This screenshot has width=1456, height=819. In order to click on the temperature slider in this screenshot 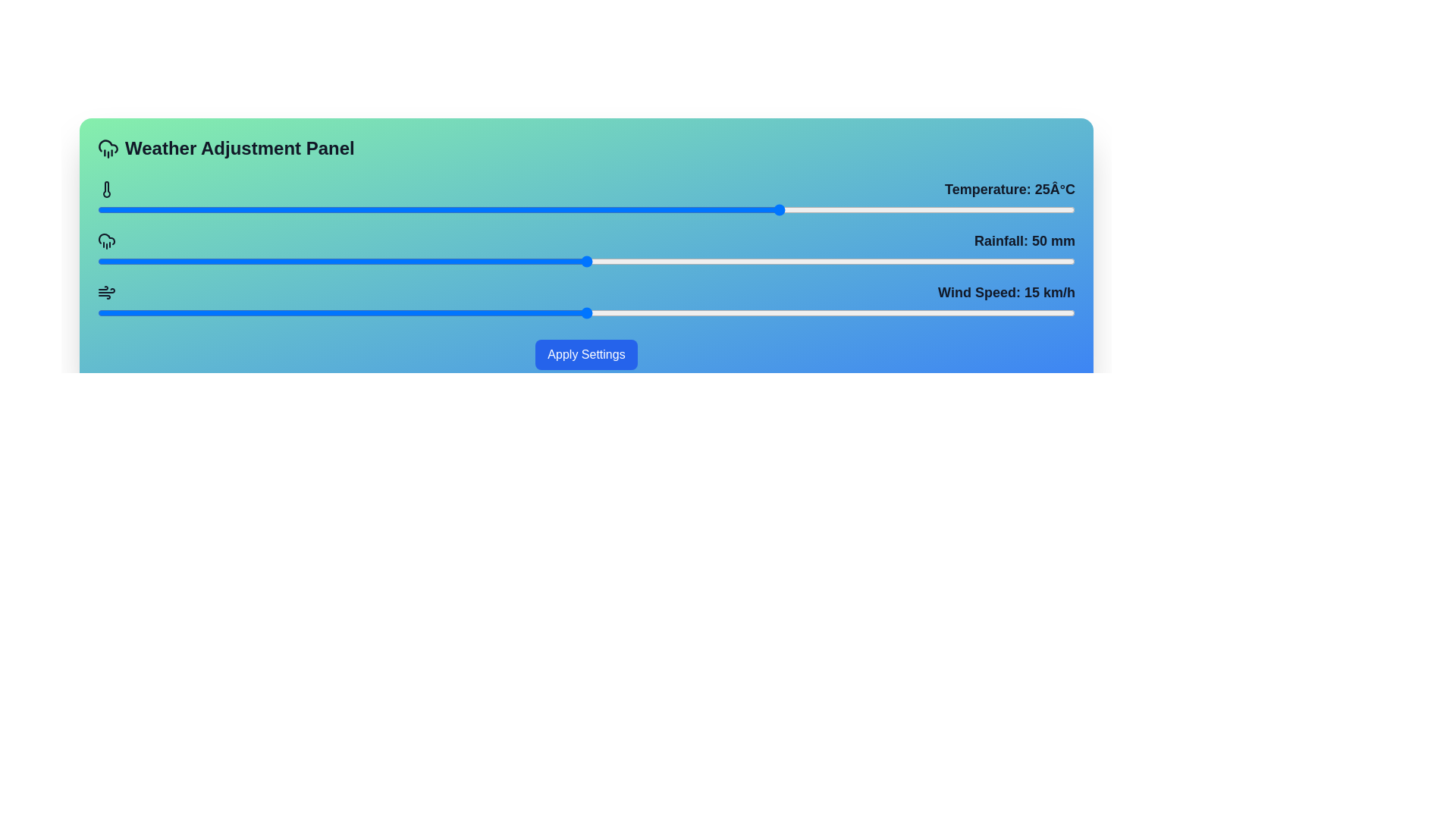, I will do `click(782, 210)`.